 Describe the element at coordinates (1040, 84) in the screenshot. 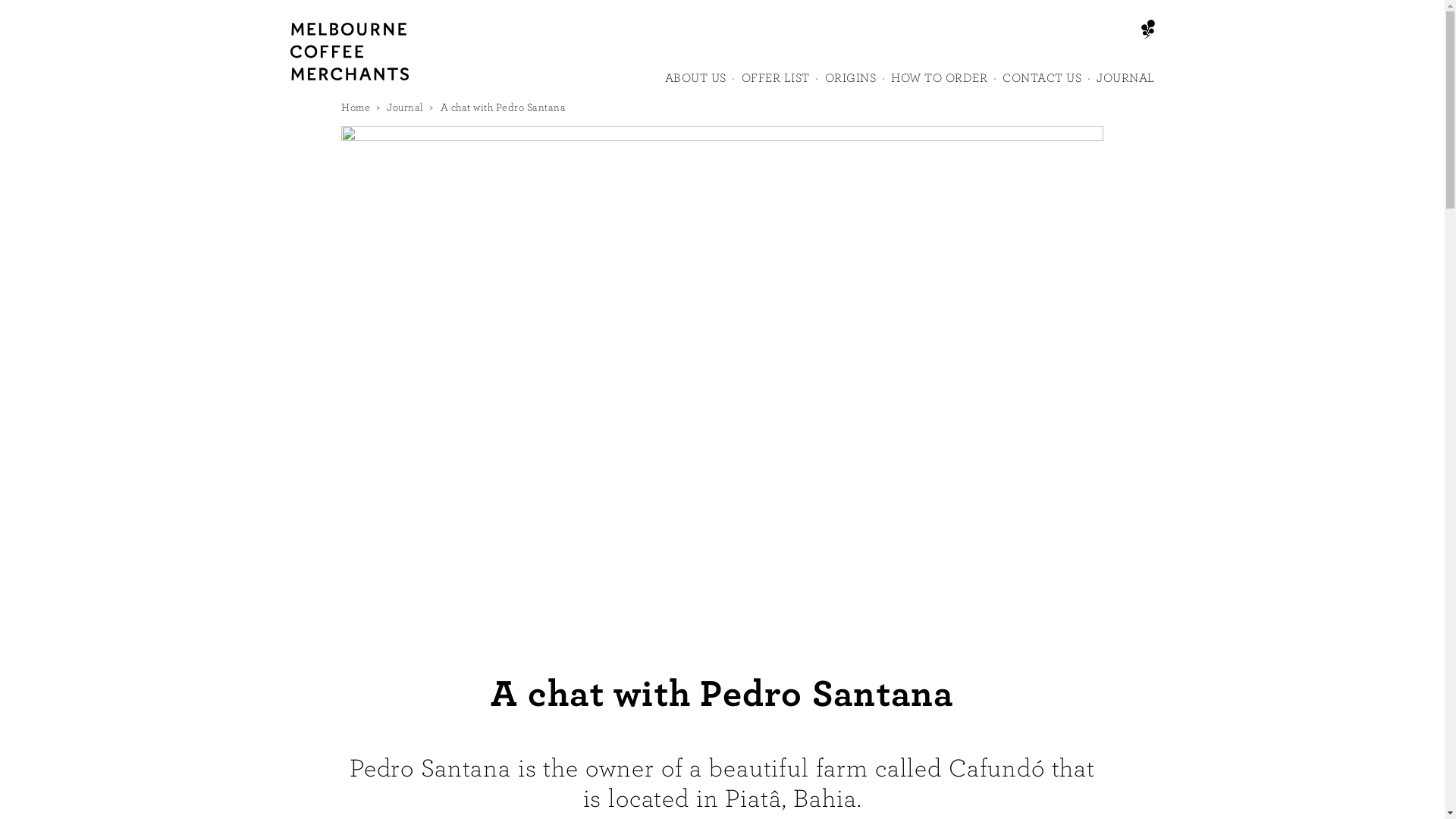

I see `'CONTACT US'` at that location.